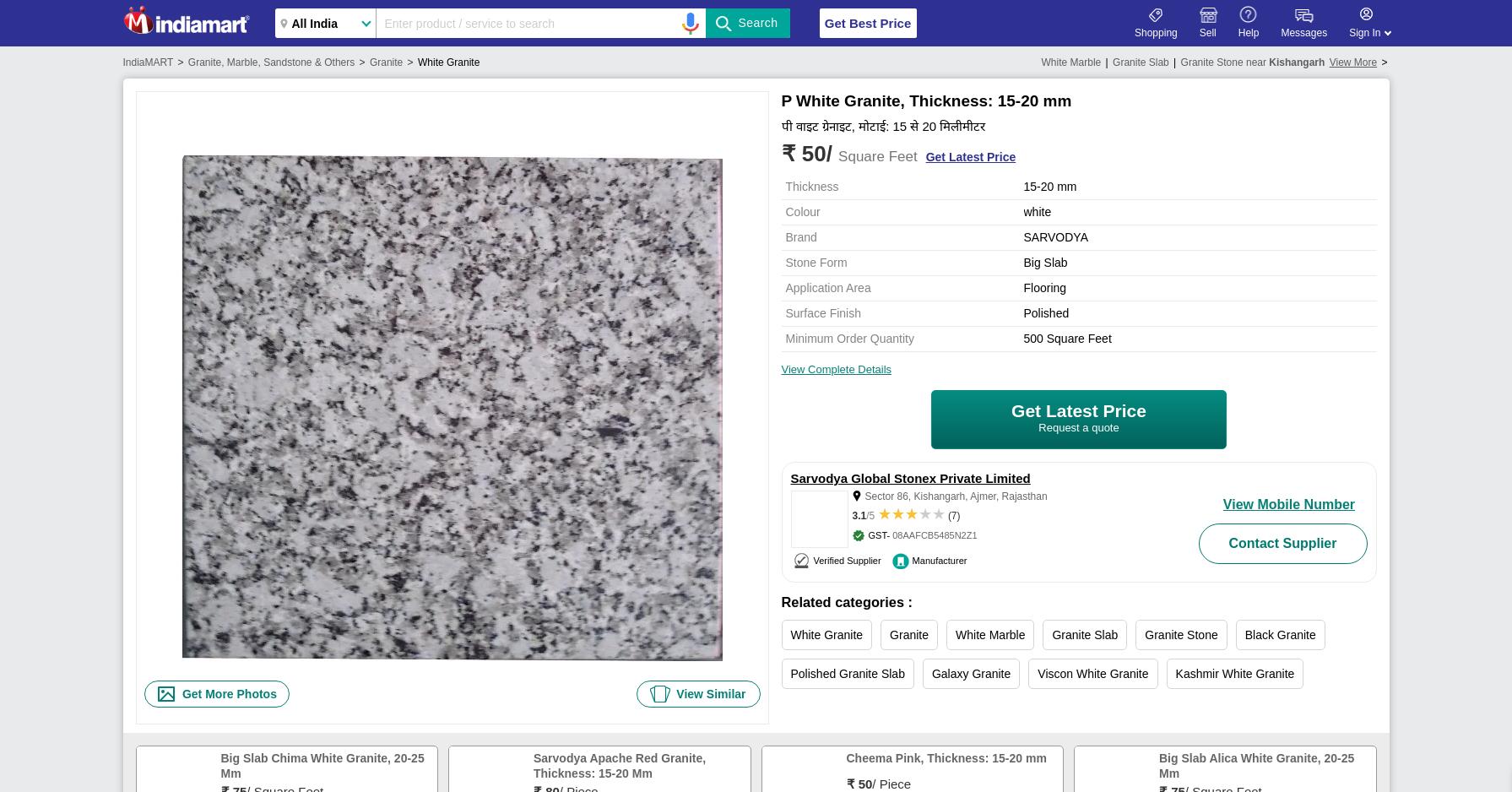  What do you see at coordinates (147, 62) in the screenshot?
I see `'IndiaMART'` at bounding box center [147, 62].